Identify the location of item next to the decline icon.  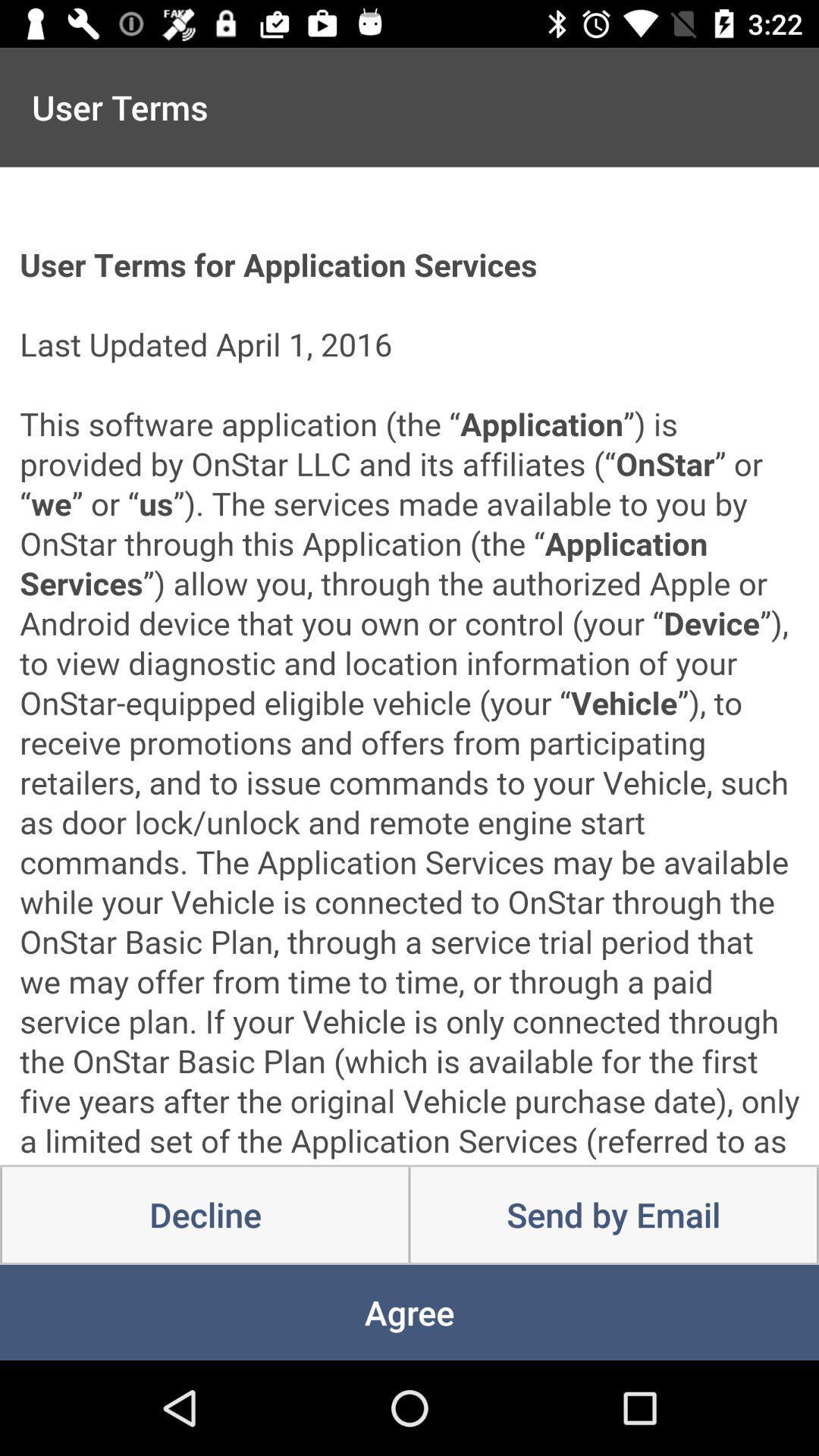
(613, 1215).